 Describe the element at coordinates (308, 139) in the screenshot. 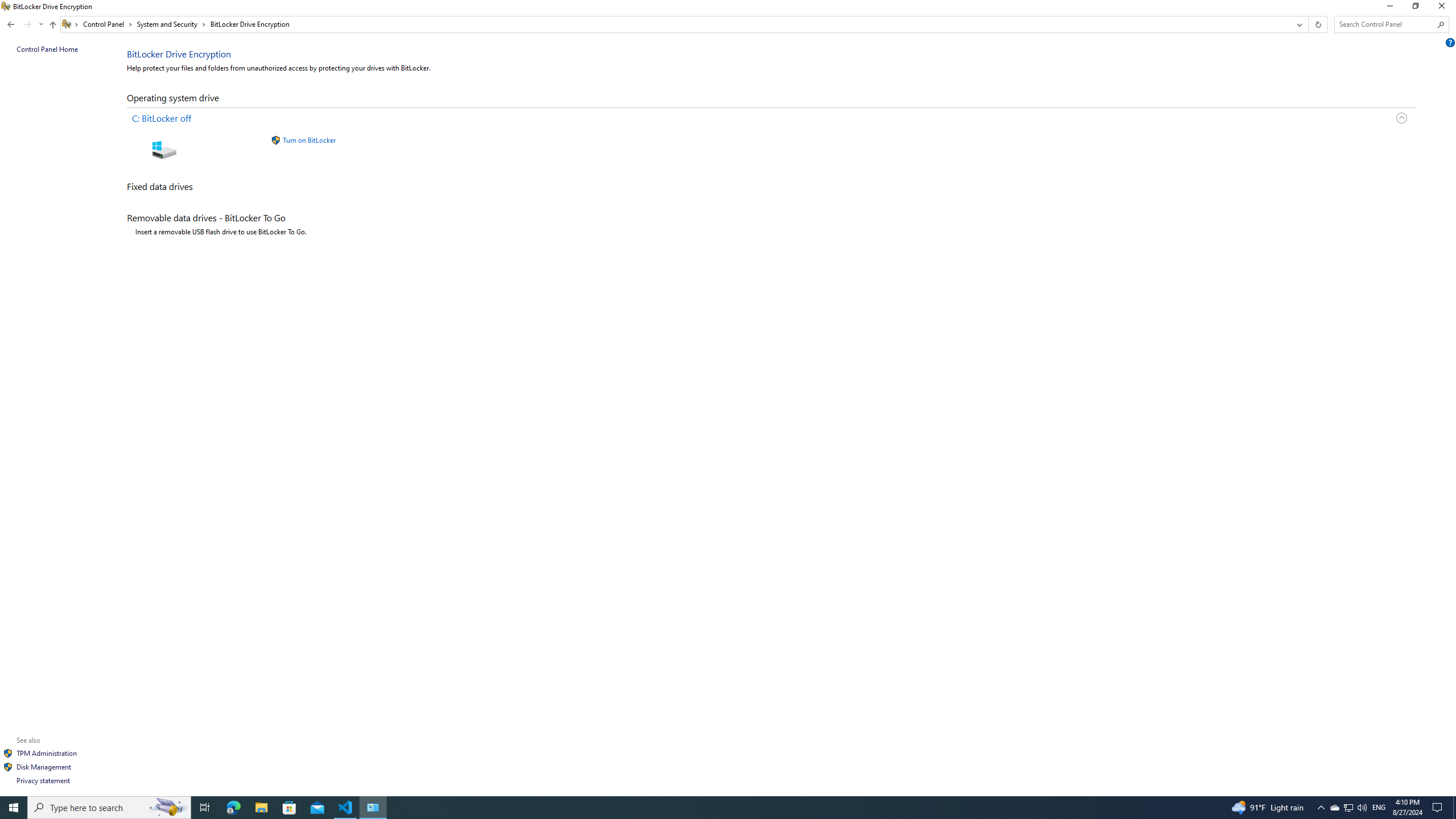

I see `'Turn on BitLocker'` at that location.